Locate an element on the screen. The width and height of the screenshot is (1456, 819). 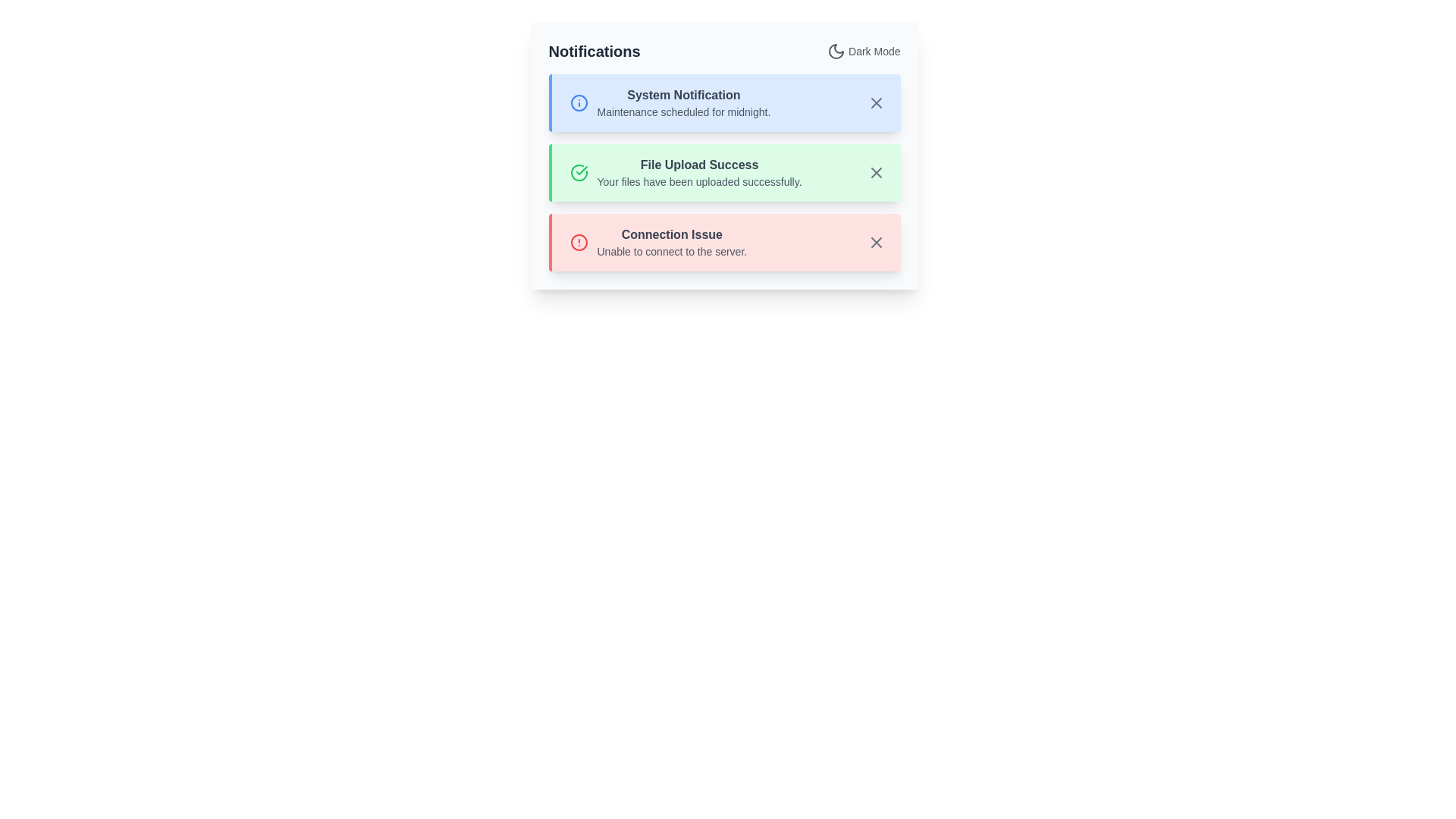
the small gray 'X' icon button located at the far right of the green message box that says 'File Upload Success' is located at coordinates (876, 171).